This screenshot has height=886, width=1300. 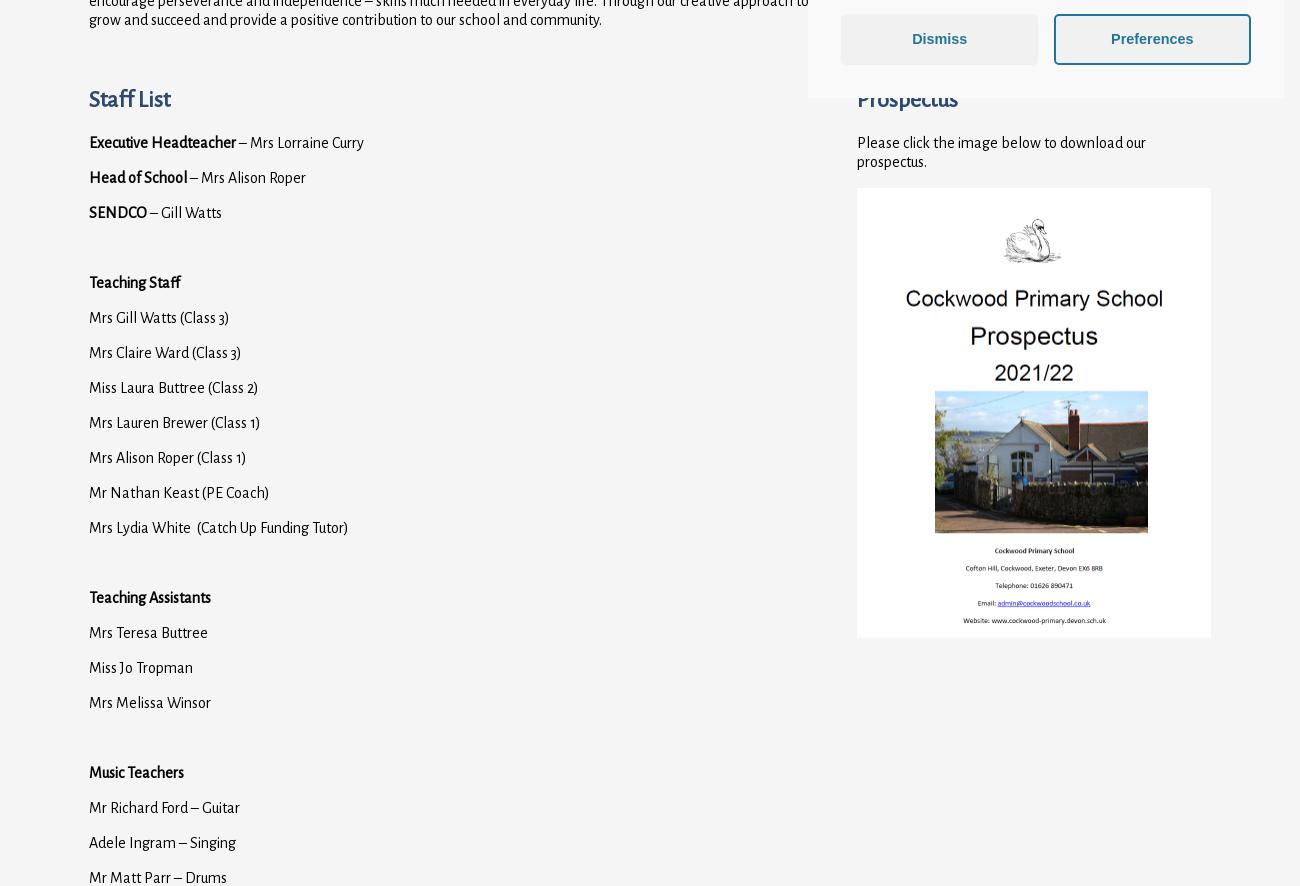 I want to click on 'Staff List', so click(x=128, y=98).